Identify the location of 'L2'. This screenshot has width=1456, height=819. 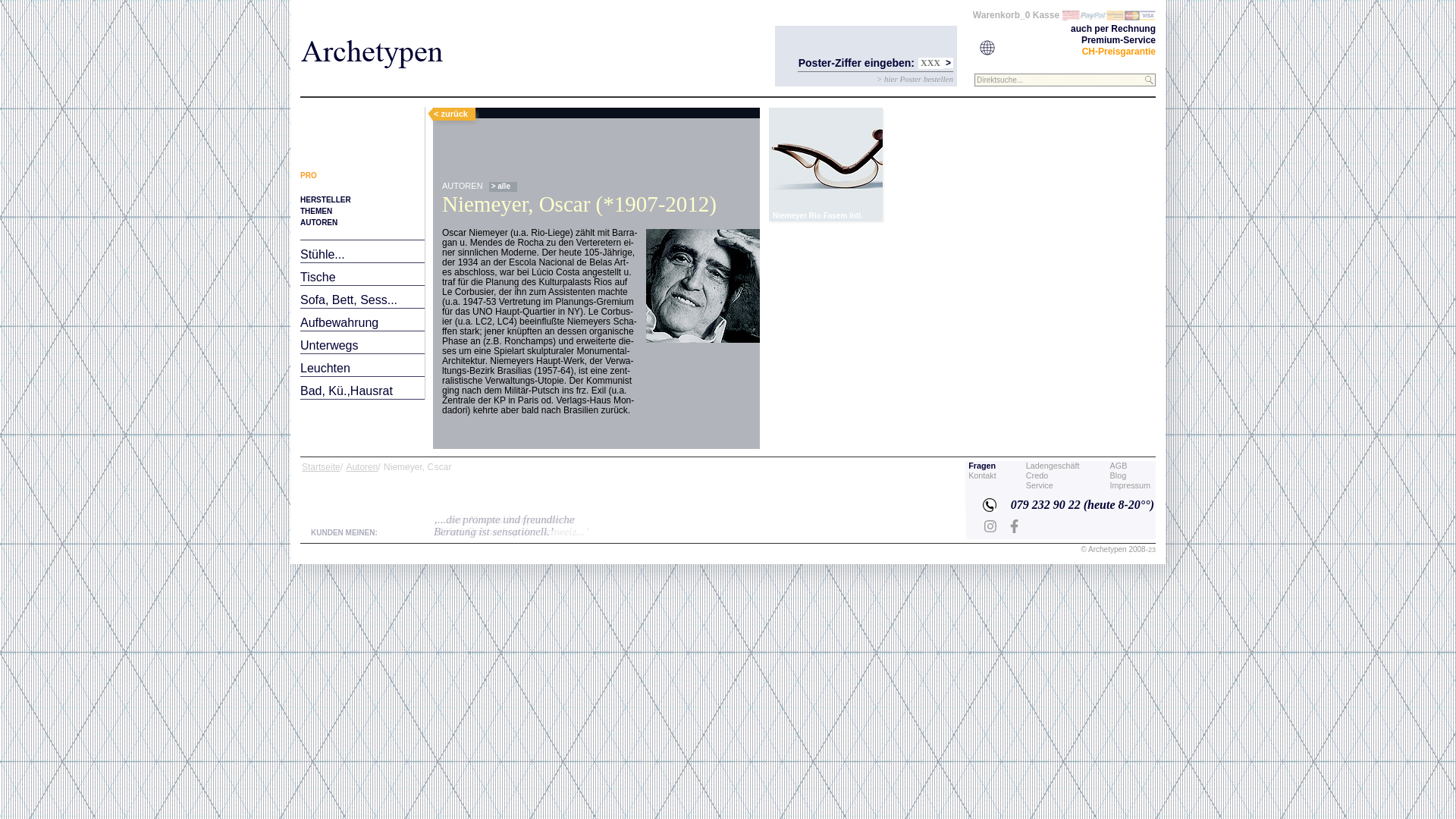
(825, 164).